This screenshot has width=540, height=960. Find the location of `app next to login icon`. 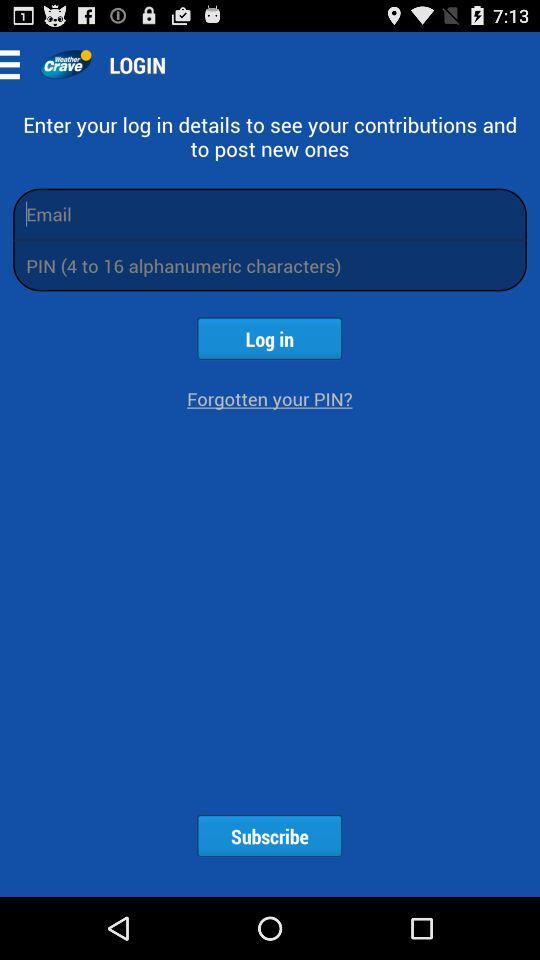

app next to login icon is located at coordinates (65, 64).